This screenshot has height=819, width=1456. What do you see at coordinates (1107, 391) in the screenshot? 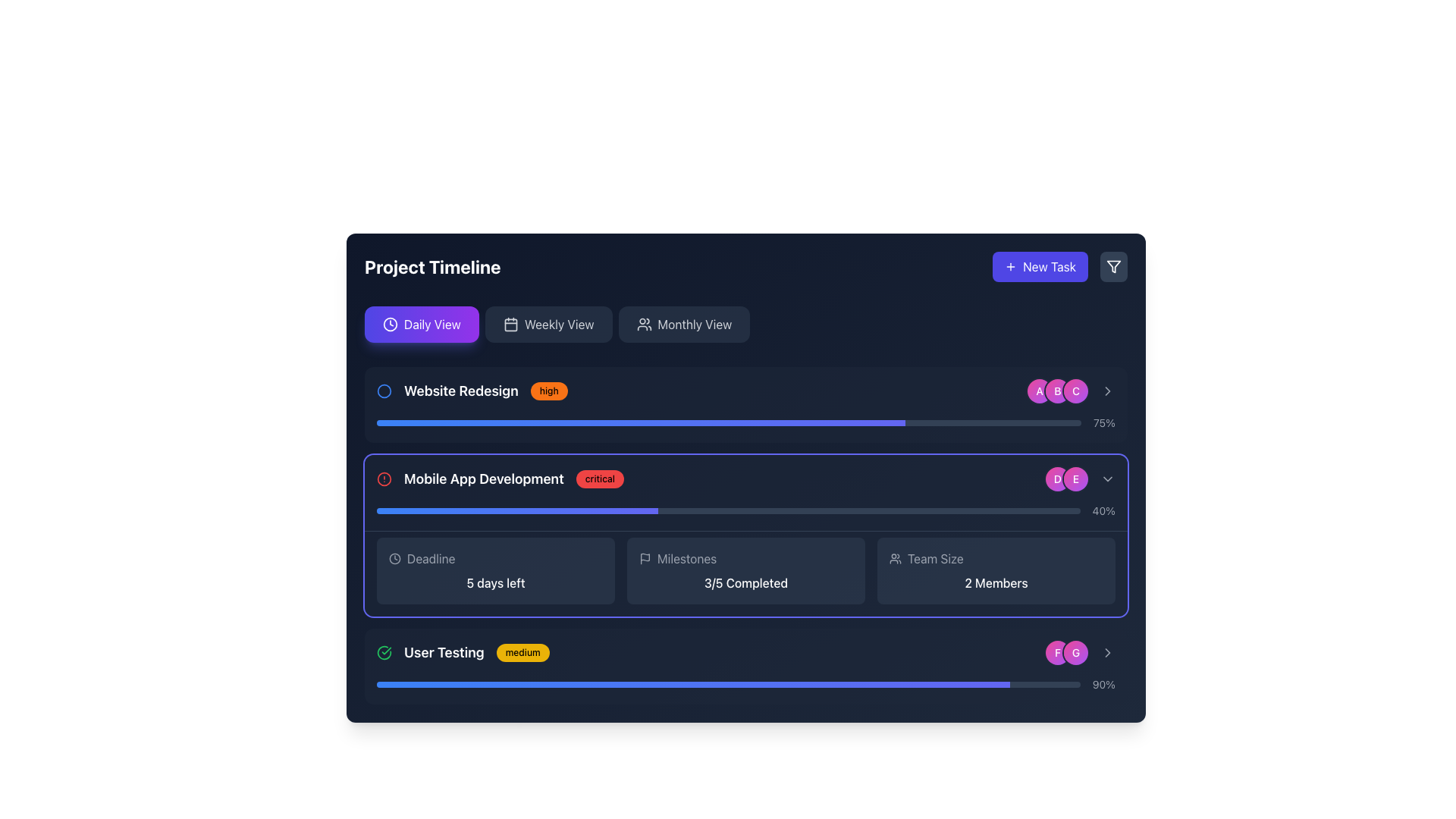
I see `the right-facing chevron icon, which is the last element in a group of profile initials labeled 'A', 'B', and 'C'` at bounding box center [1107, 391].